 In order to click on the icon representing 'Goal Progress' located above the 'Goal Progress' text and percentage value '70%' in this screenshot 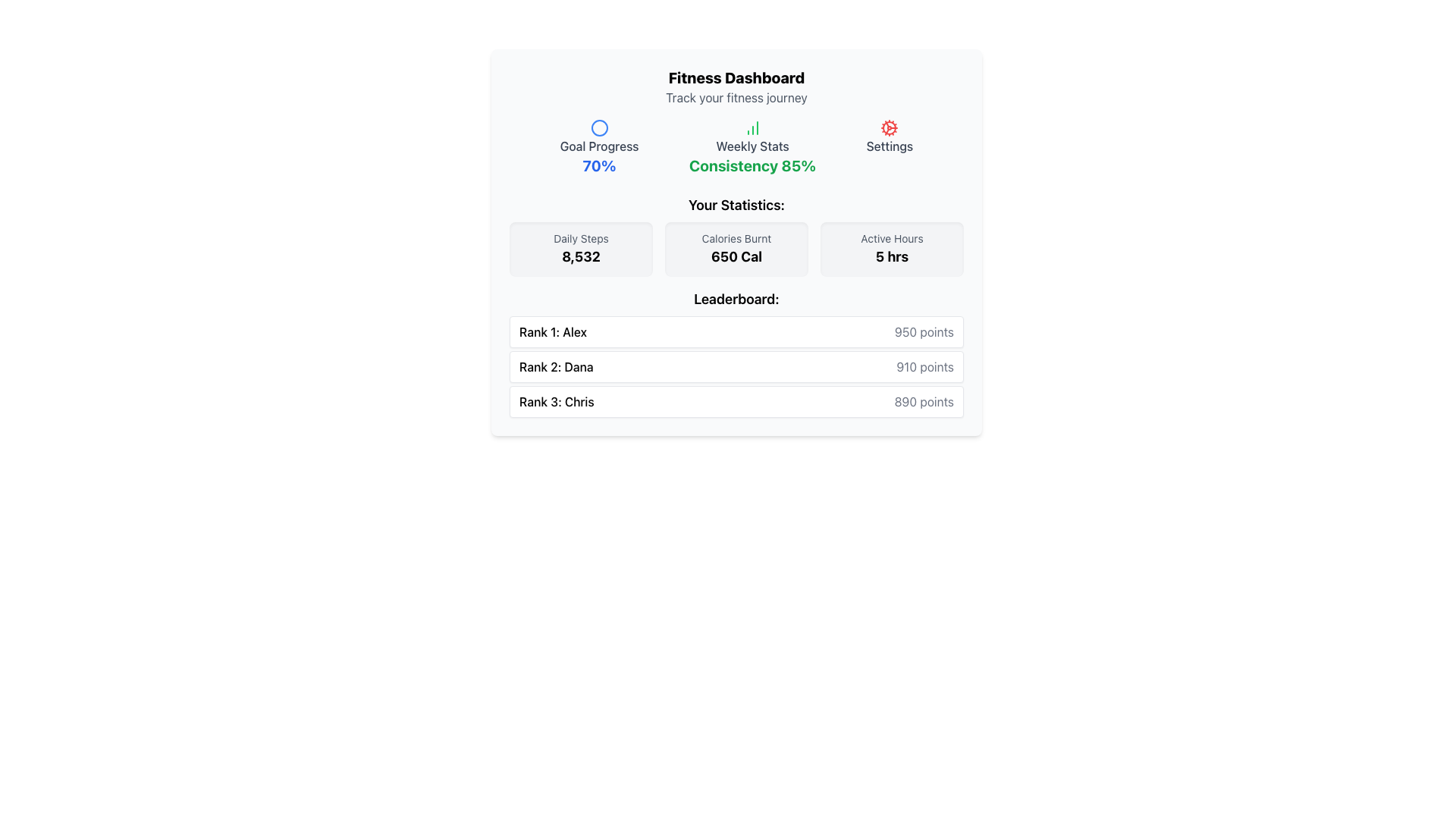, I will do `click(598, 127)`.